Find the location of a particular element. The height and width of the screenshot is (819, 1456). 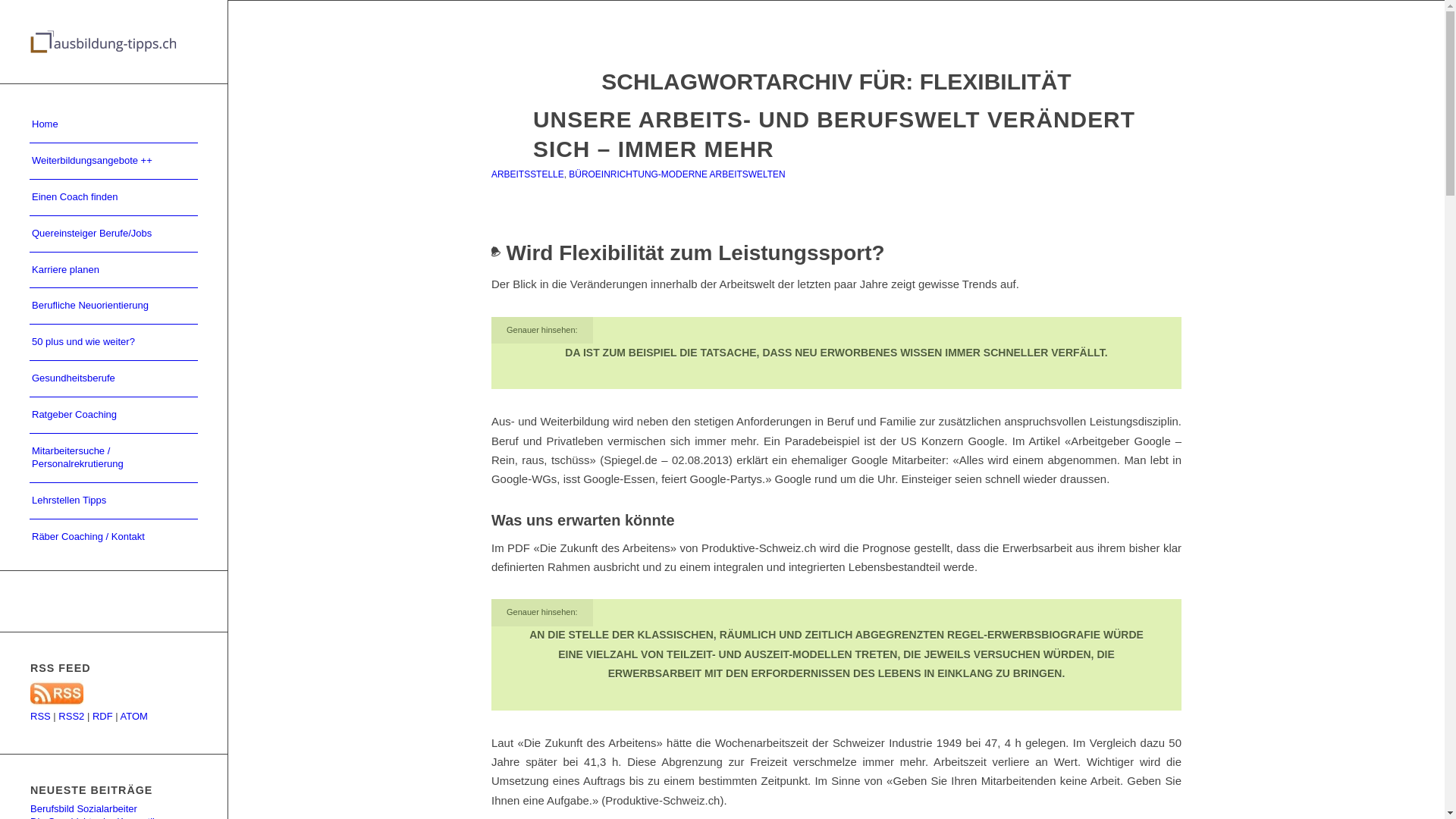

'Berufsbild Sozialarbeiter' is located at coordinates (83, 808).